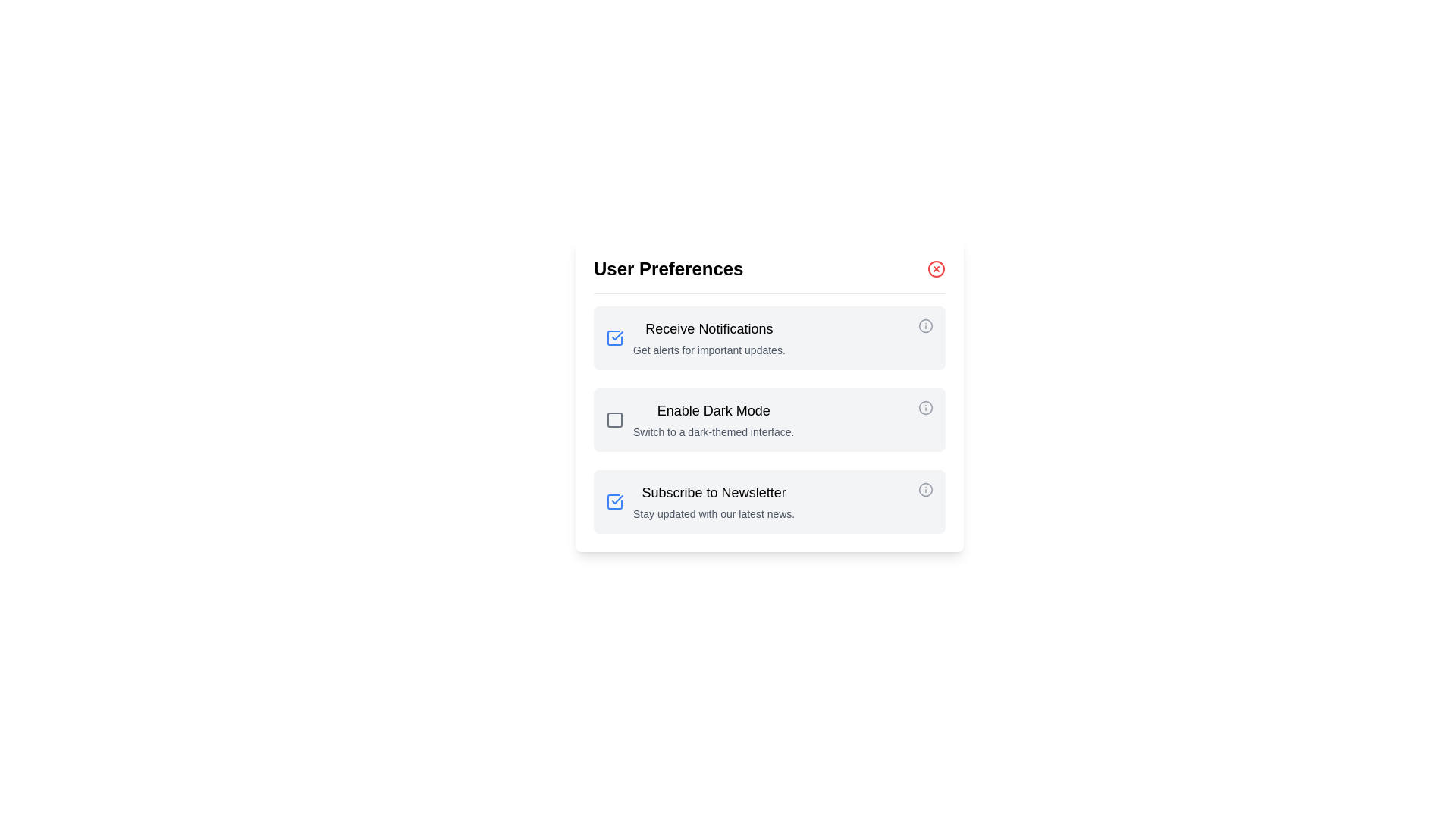 The image size is (1456, 819). I want to click on the text label that serves as a title for the adjacent checkbox, which is positioned above the 'Switch to a dark-themed interface.' text, so click(713, 411).